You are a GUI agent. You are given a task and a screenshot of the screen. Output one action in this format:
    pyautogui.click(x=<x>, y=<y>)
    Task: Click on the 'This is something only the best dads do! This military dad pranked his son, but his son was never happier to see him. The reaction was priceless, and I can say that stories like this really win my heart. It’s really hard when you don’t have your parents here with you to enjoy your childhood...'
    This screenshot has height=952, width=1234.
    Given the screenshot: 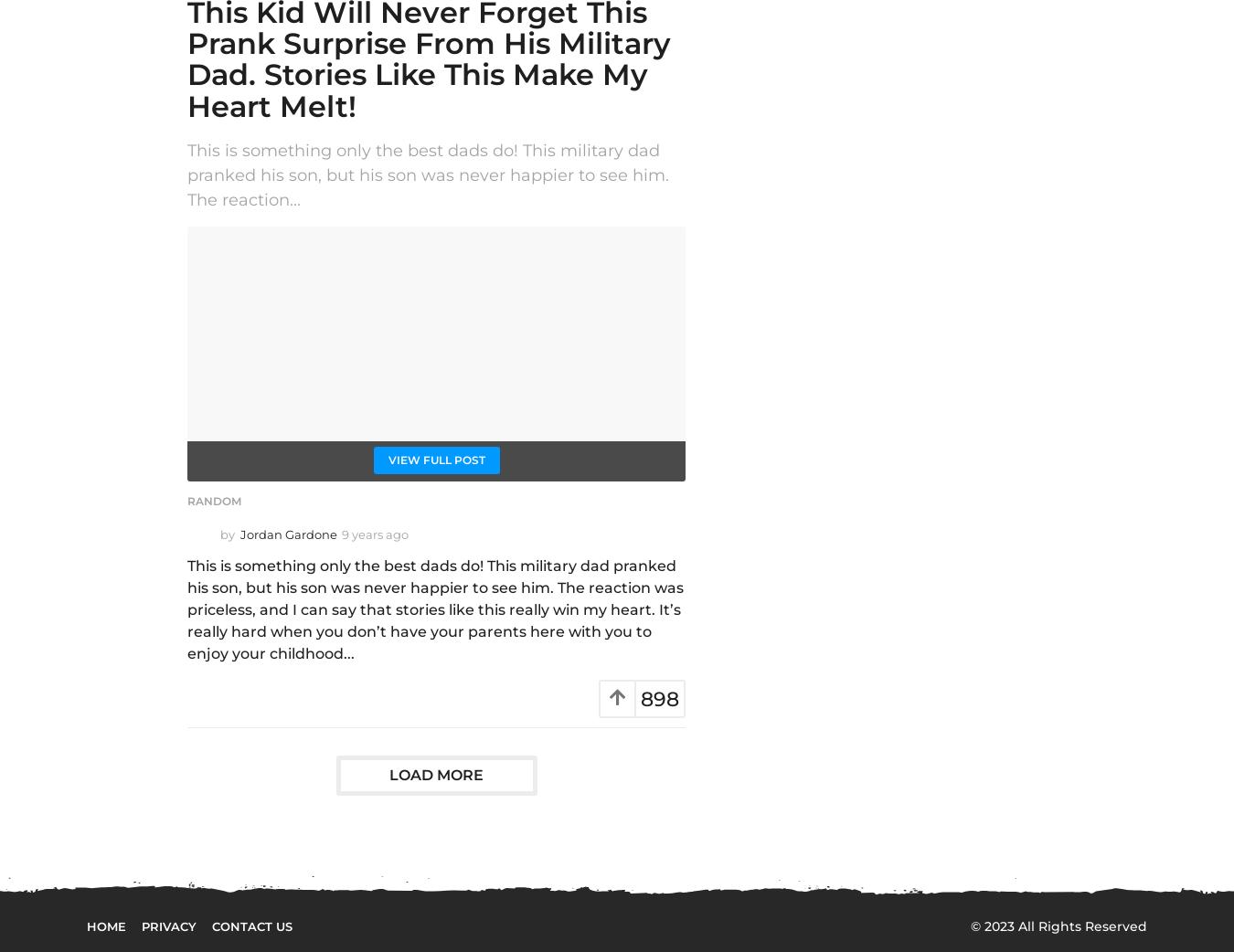 What is the action you would take?
    pyautogui.click(x=434, y=608)
    